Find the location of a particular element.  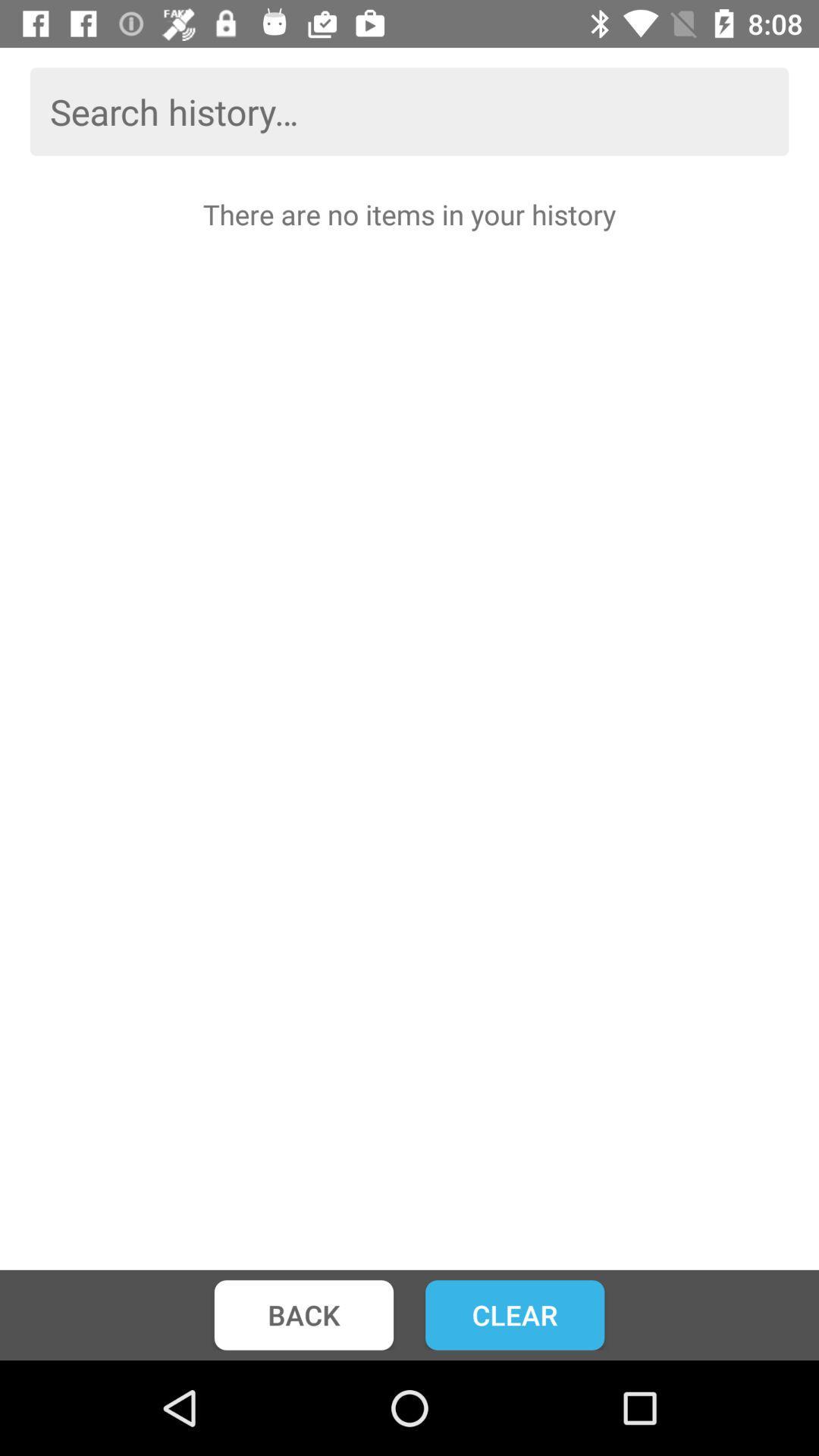

back icon is located at coordinates (303, 1314).